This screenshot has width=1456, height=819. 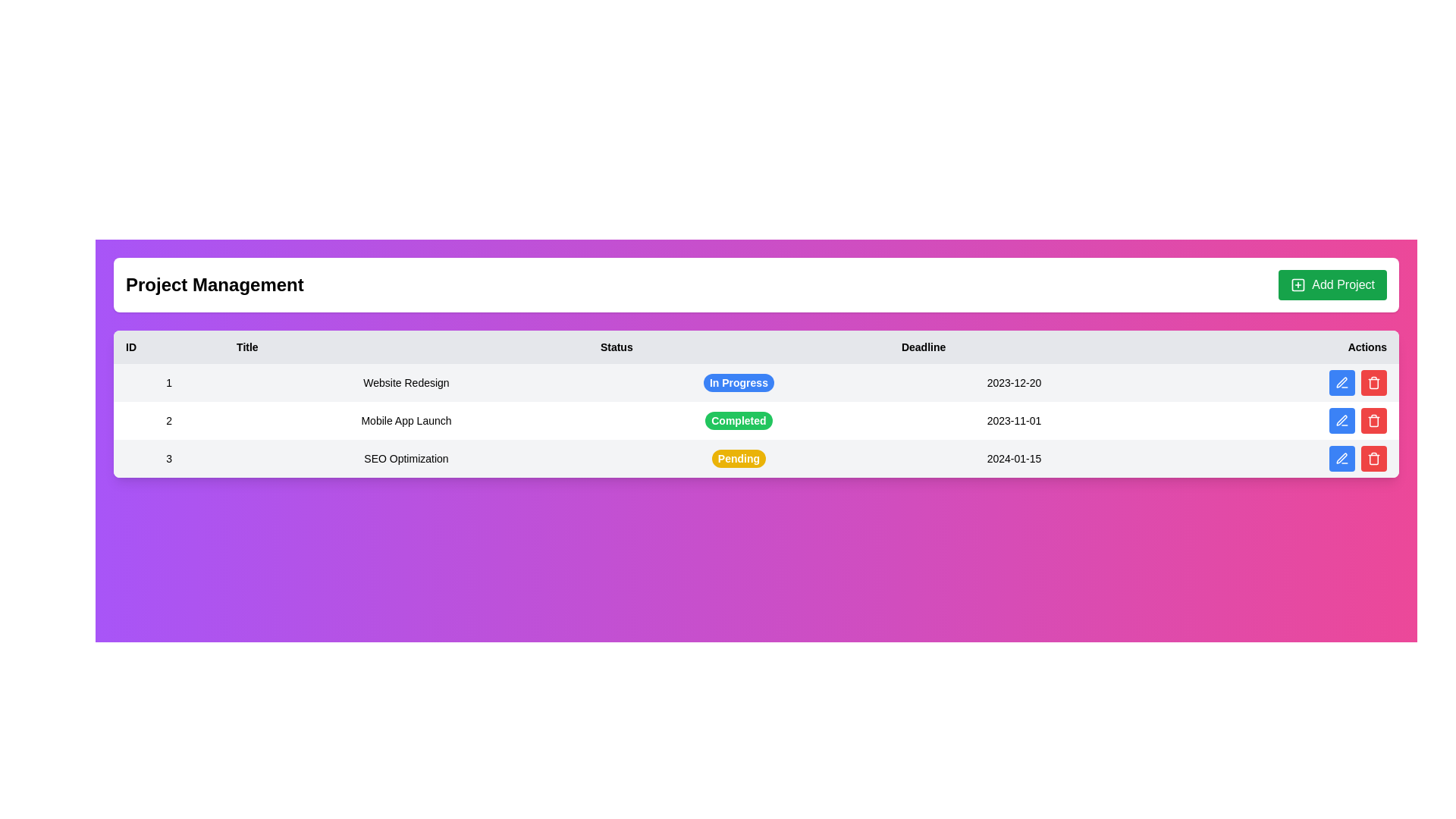 What do you see at coordinates (739, 382) in the screenshot?
I see `the blue Badge or Status Label in the third column of the first row under the 'Status' header for the 'Website Redesign' project to obtain information about the project's current progress` at bounding box center [739, 382].